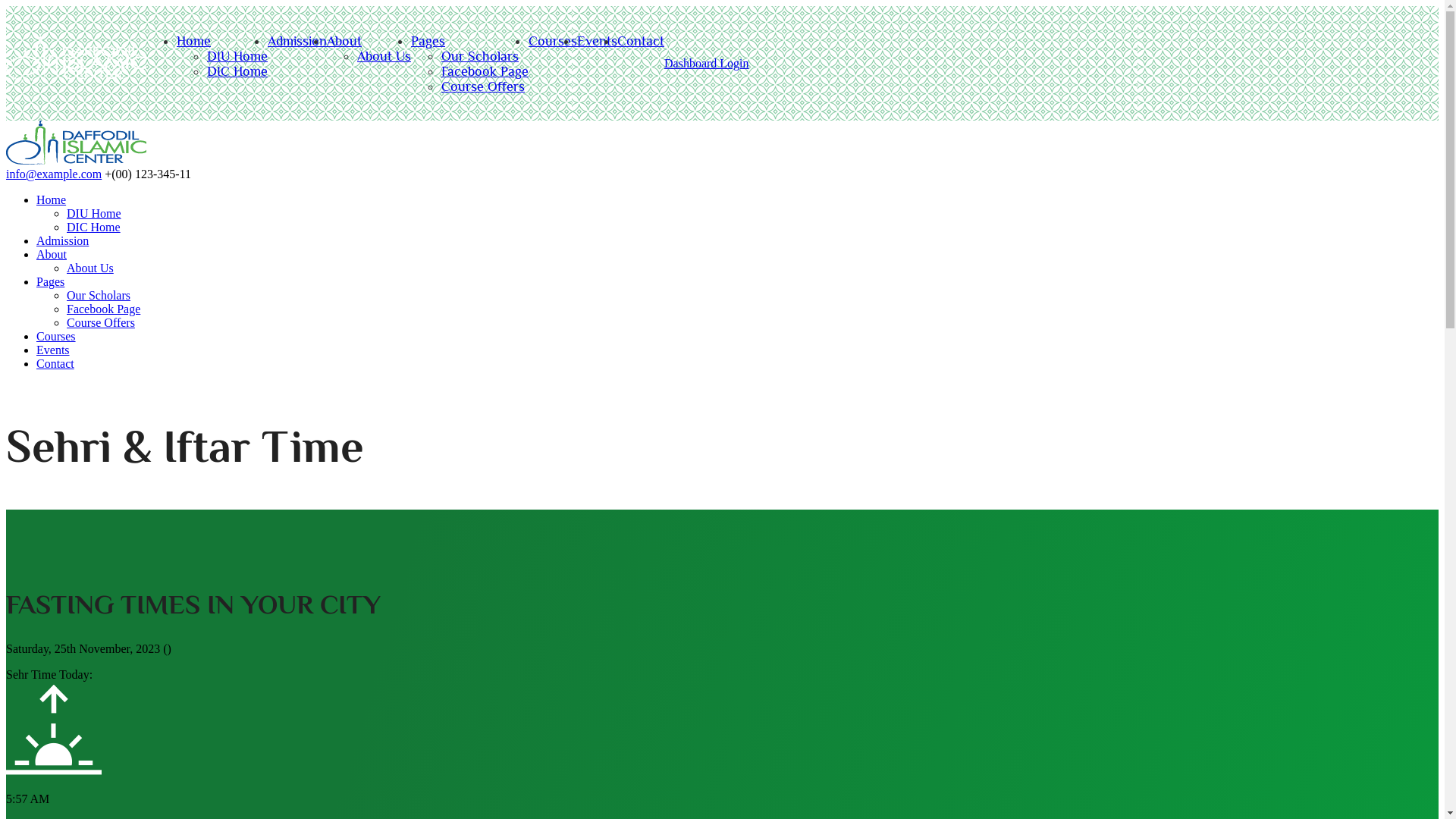 The height and width of the screenshot is (819, 1456). Describe the element at coordinates (482, 86) in the screenshot. I see `'Course Offers'` at that location.